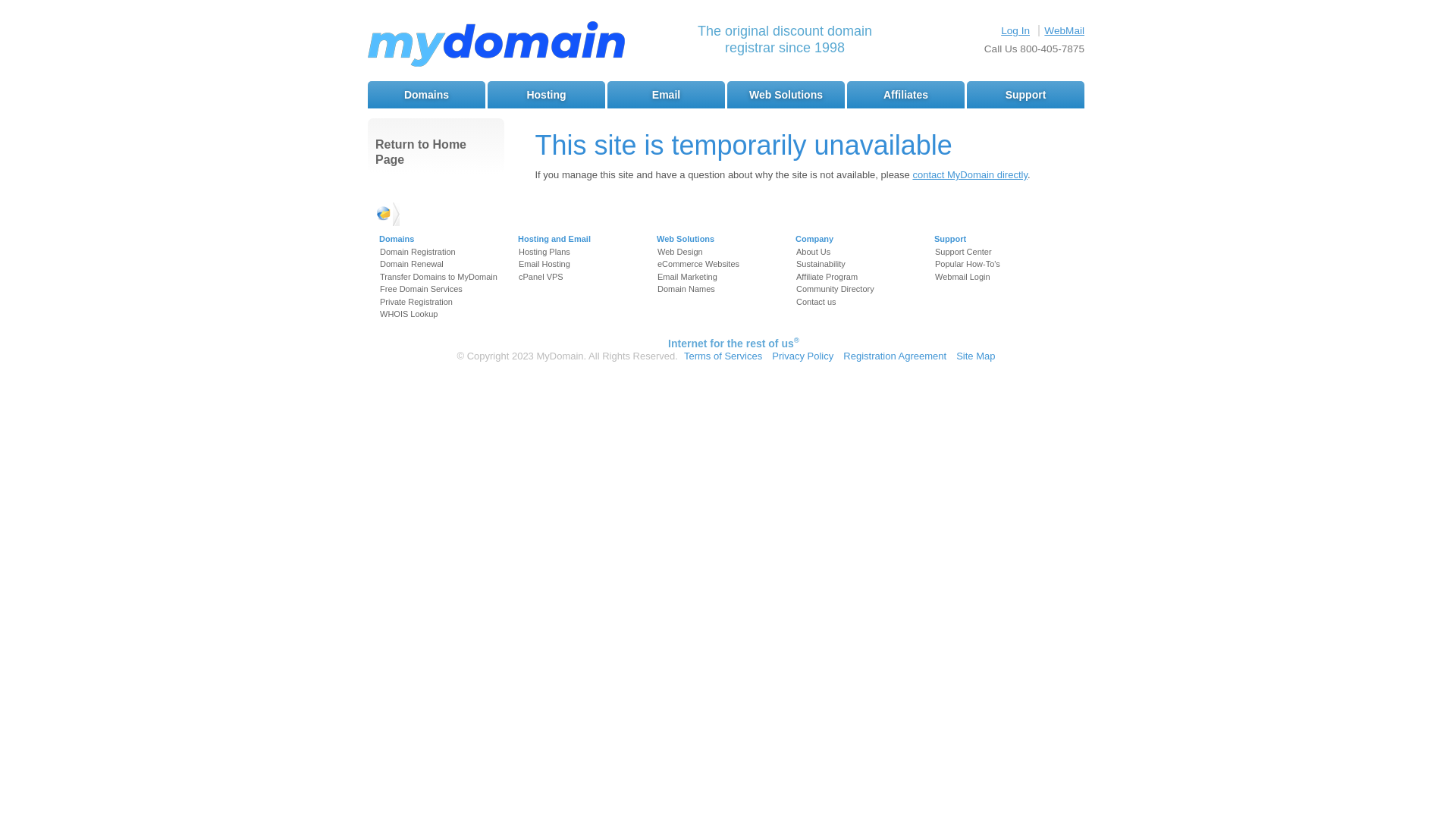 Image resolution: width=1456 pixels, height=819 pixels. I want to click on 'Community Directory', so click(795, 289).